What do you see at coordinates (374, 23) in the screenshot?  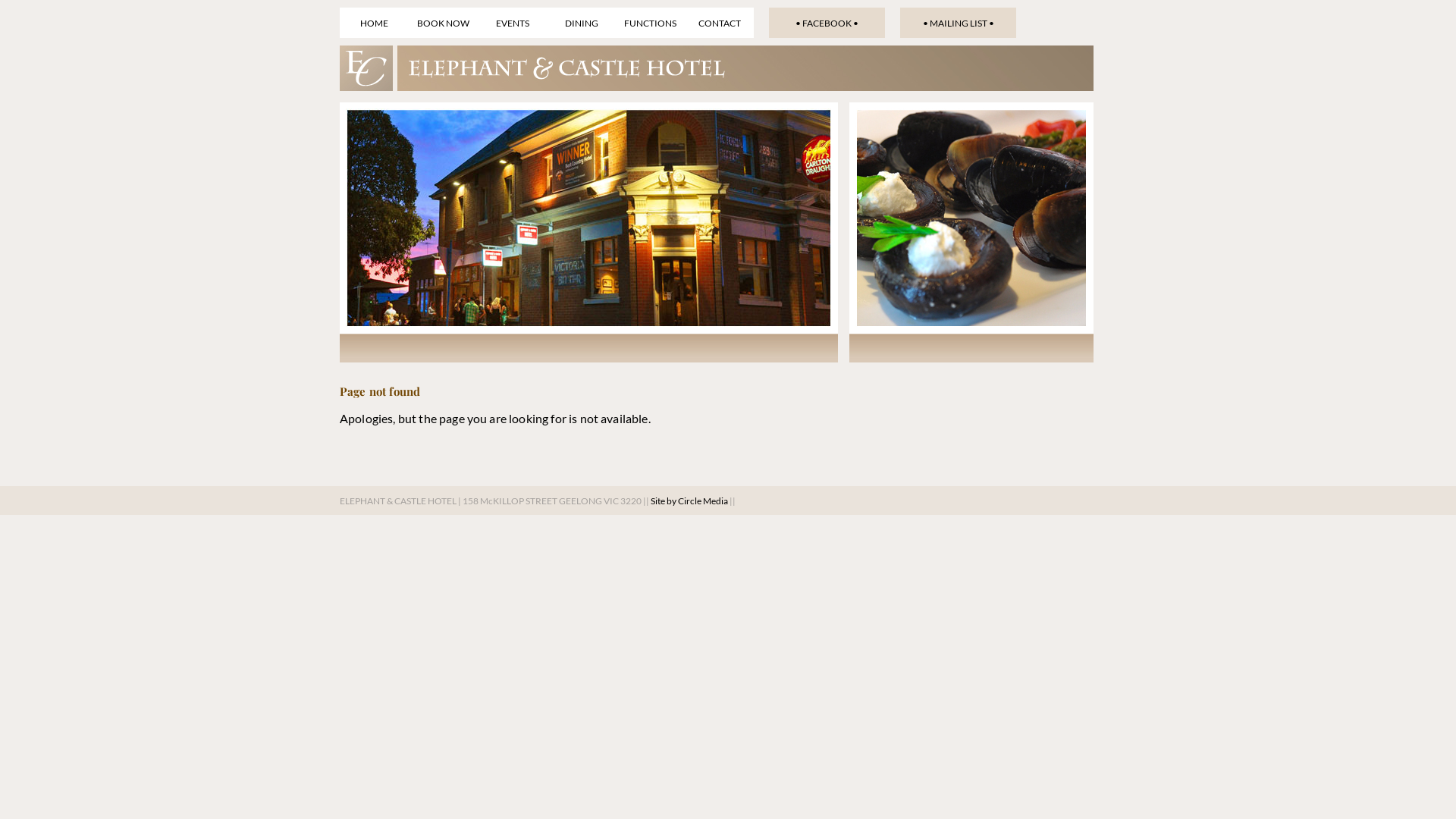 I see `'HOME'` at bounding box center [374, 23].